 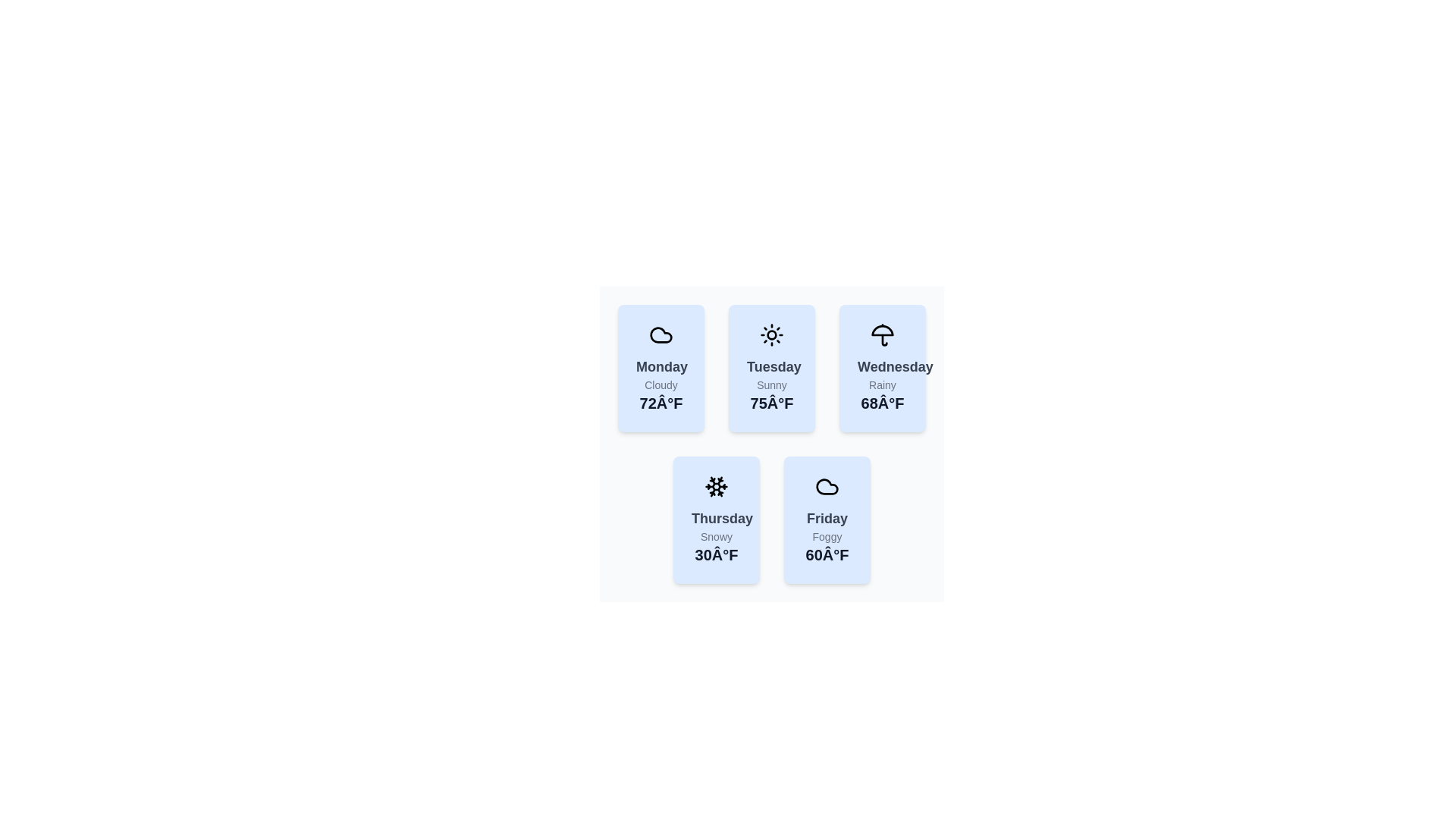 What do you see at coordinates (826, 486) in the screenshot?
I see `the weather icon resembling a cloud` at bounding box center [826, 486].